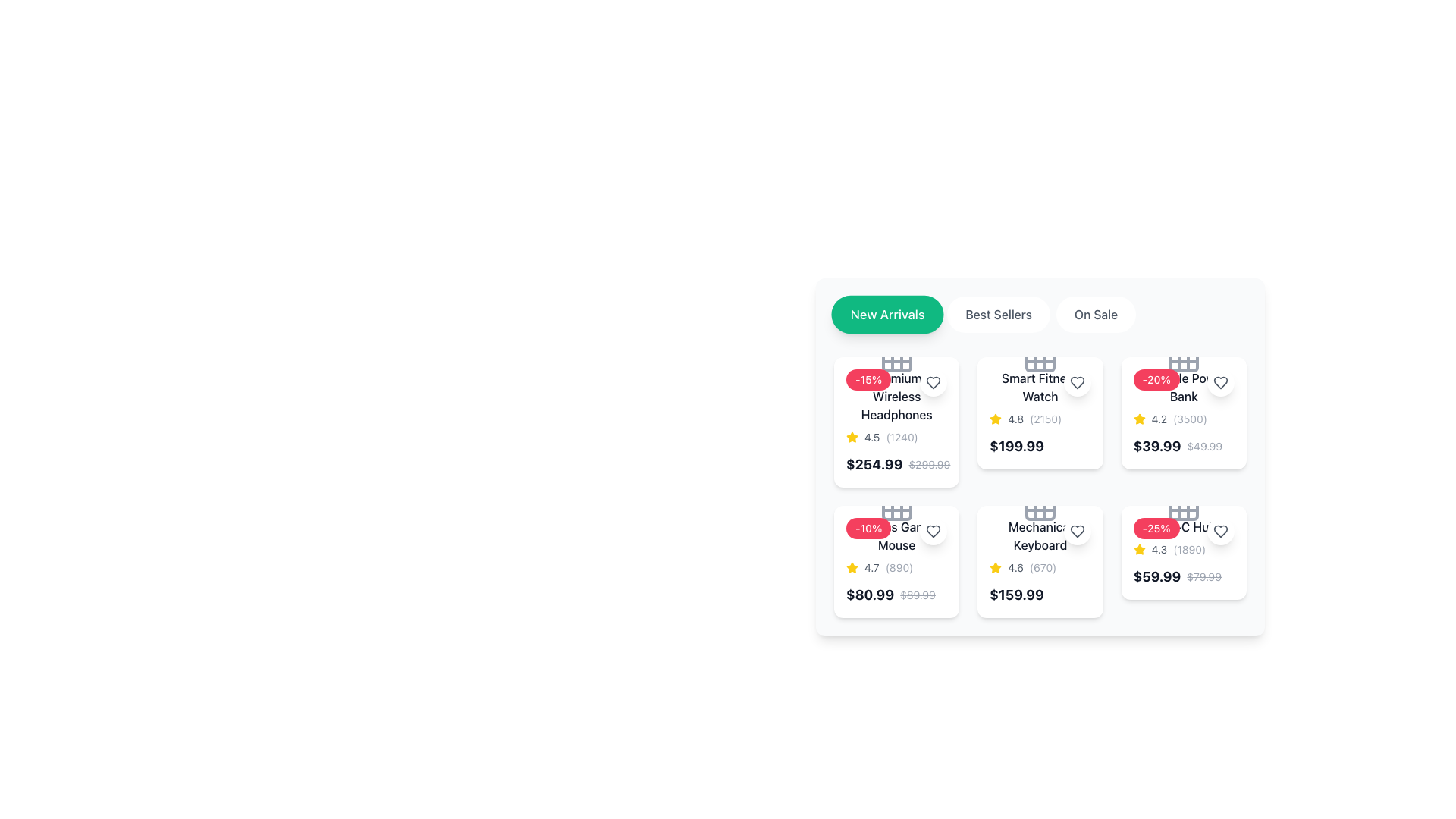 This screenshot has width=1456, height=819. What do you see at coordinates (1040, 386) in the screenshot?
I see `the associated product using the text label 'Smart Fitness Watch' located at the top of the second product card` at bounding box center [1040, 386].